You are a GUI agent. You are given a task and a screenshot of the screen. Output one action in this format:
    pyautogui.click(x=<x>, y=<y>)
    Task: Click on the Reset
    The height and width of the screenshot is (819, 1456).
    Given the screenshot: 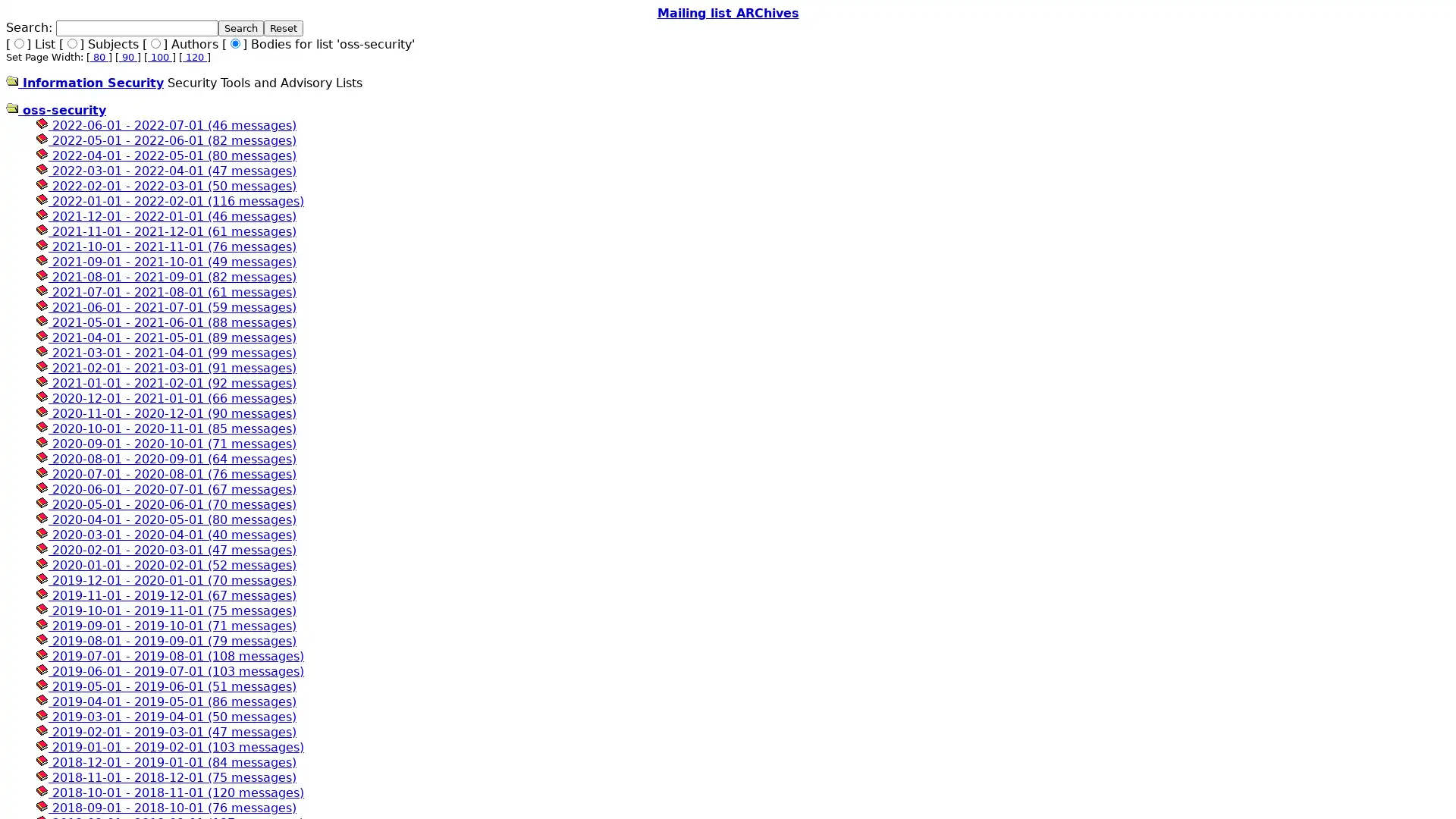 What is the action you would take?
    pyautogui.click(x=284, y=28)
    